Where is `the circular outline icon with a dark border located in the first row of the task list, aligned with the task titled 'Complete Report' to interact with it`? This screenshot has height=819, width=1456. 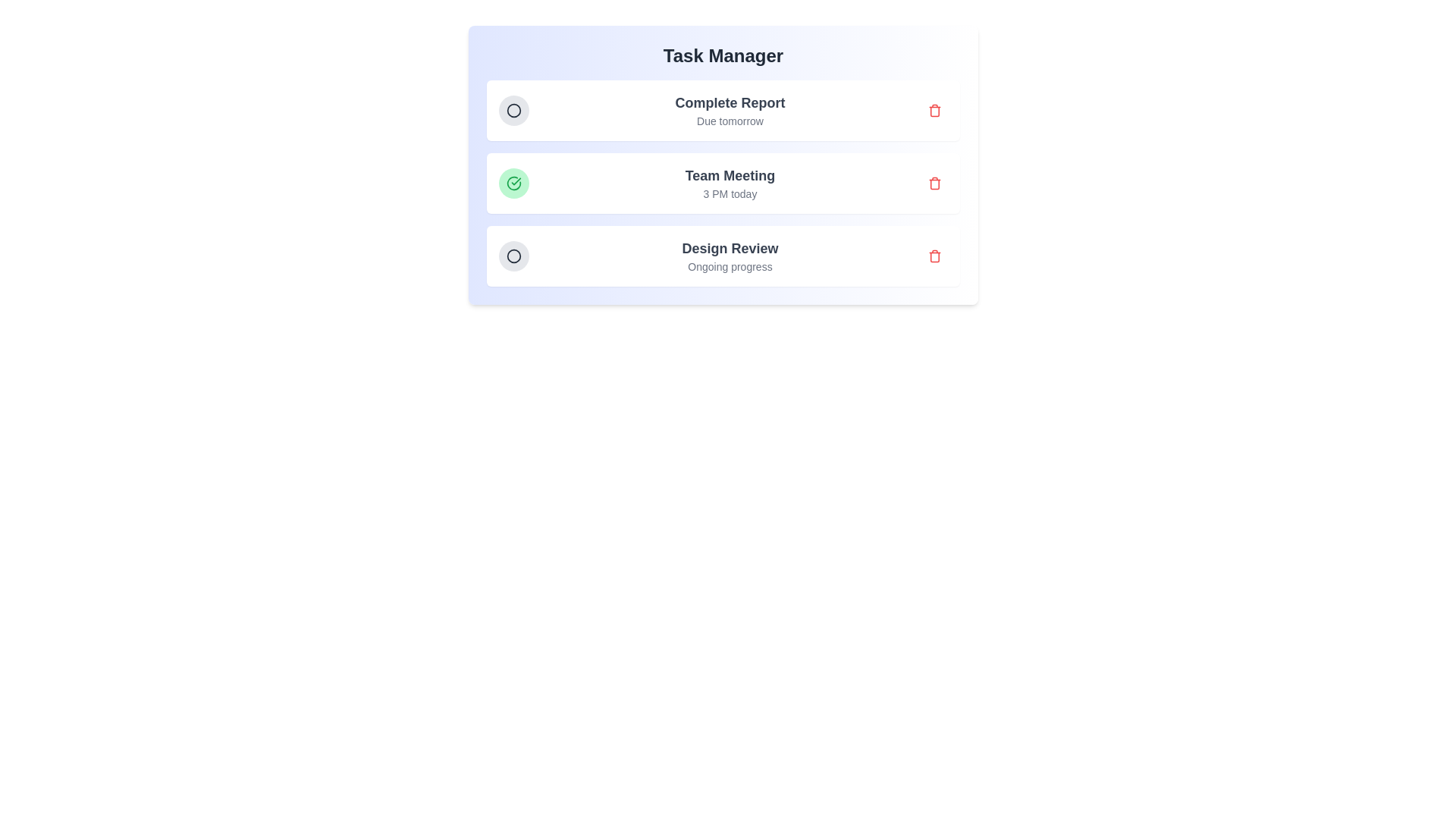 the circular outline icon with a dark border located in the first row of the task list, aligned with the task titled 'Complete Report' to interact with it is located at coordinates (513, 110).